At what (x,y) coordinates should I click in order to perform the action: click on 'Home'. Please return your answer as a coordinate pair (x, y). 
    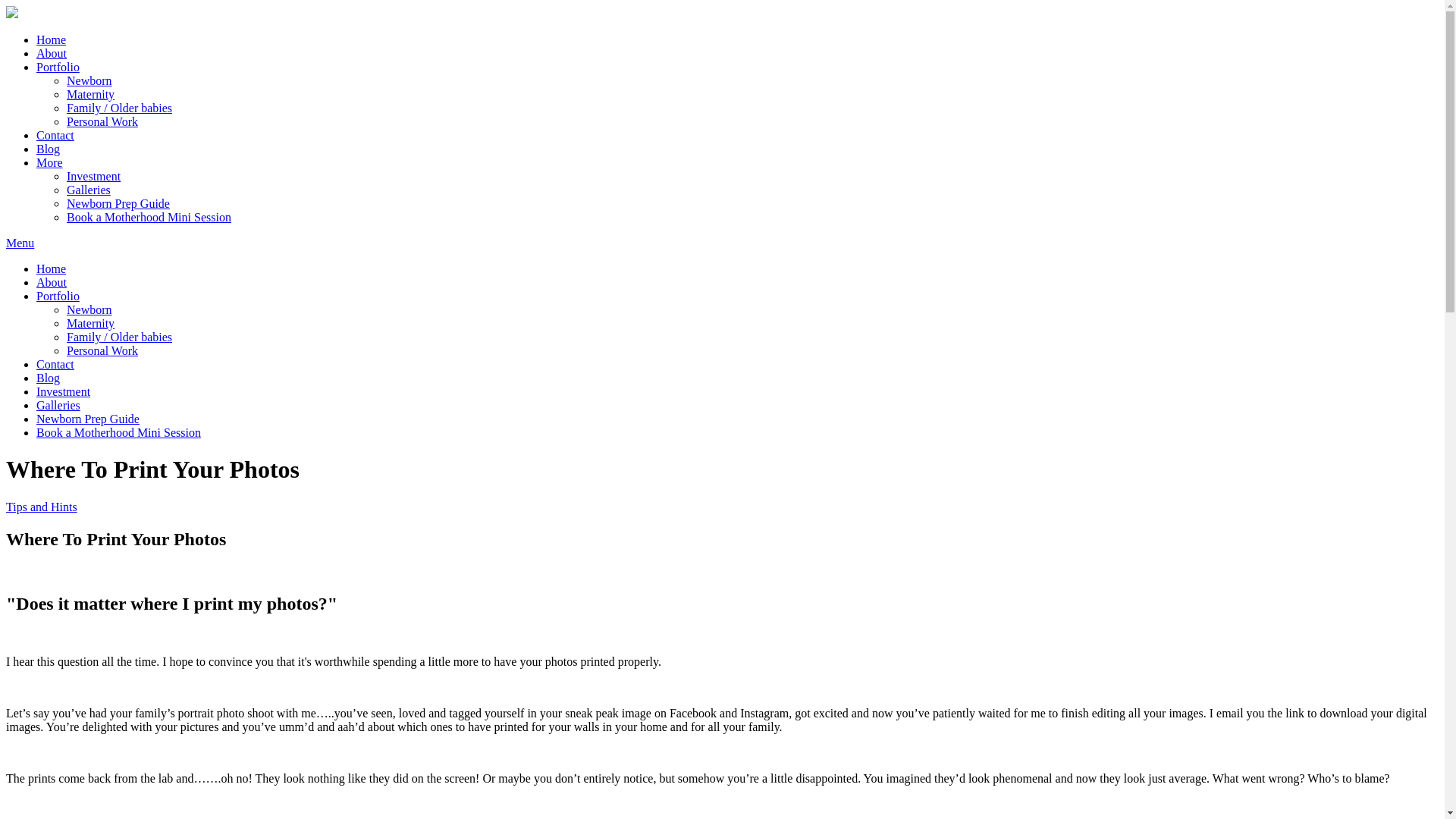
    Looking at the image, I should click on (51, 268).